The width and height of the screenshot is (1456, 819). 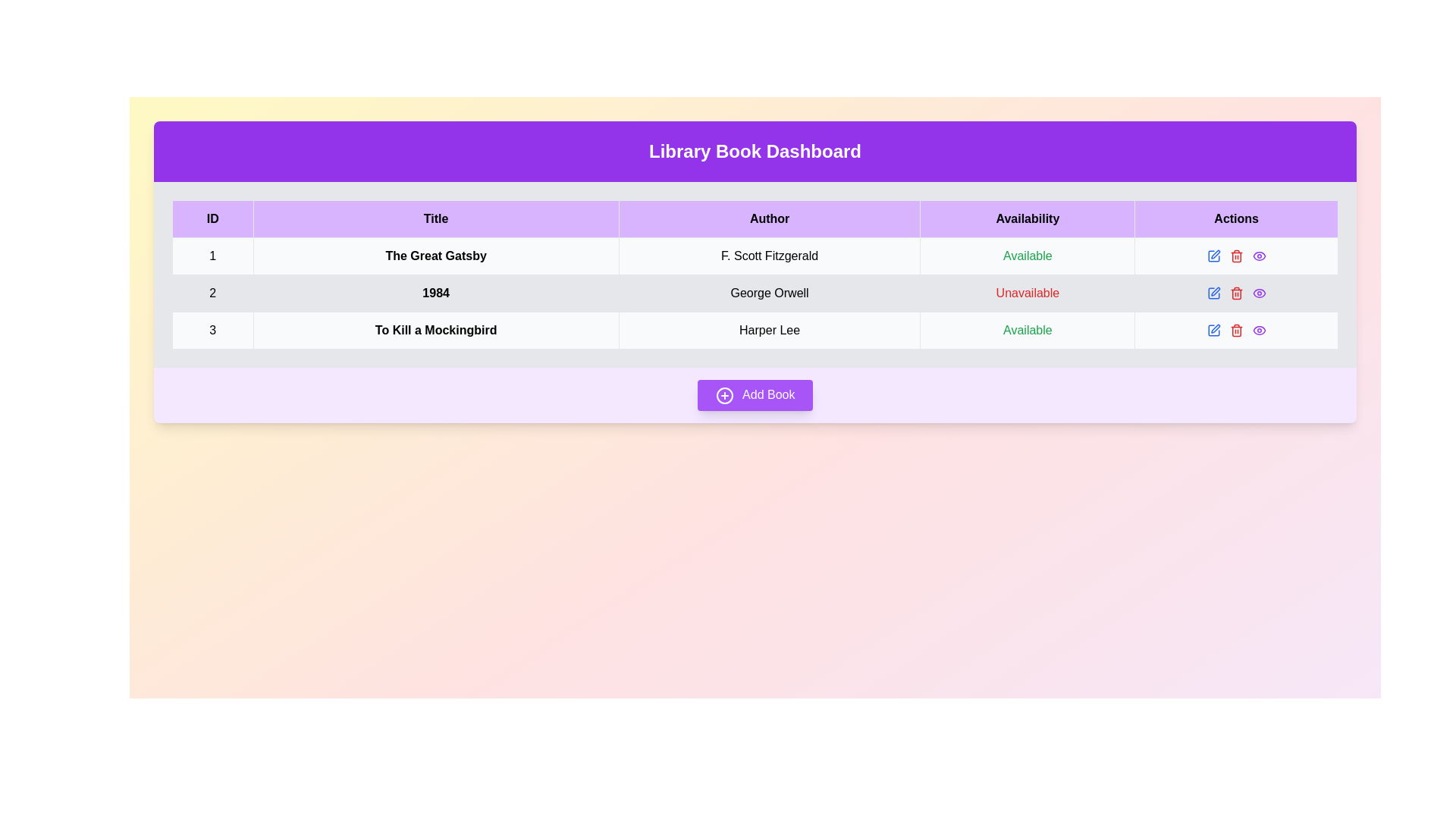 I want to click on the text label displaying 'To Kill a Mockingbird' in the 'Title' column of the table, positioned in the second cell of the third row, so click(x=435, y=329).